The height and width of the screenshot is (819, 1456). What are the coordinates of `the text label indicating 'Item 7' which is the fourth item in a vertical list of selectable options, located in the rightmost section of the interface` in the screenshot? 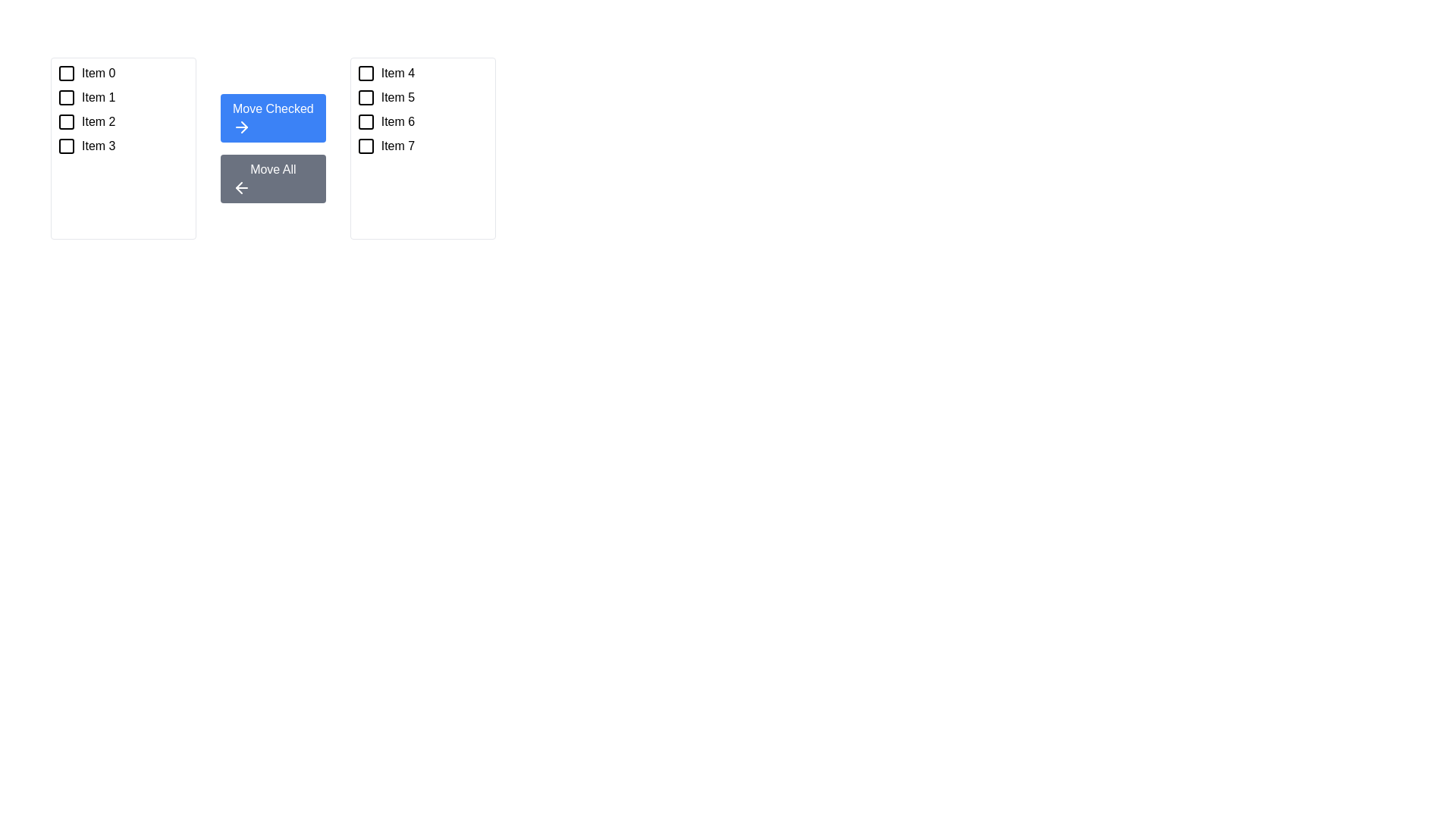 It's located at (397, 146).